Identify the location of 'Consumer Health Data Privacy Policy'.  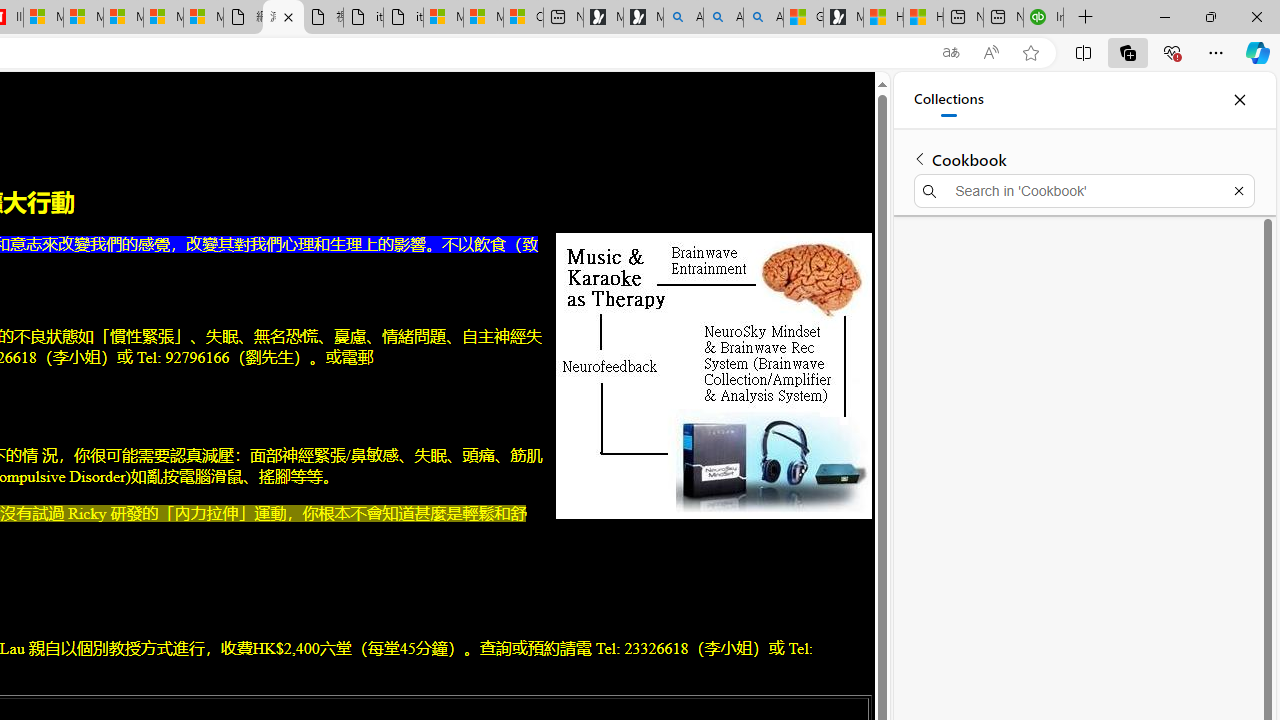
(523, 17).